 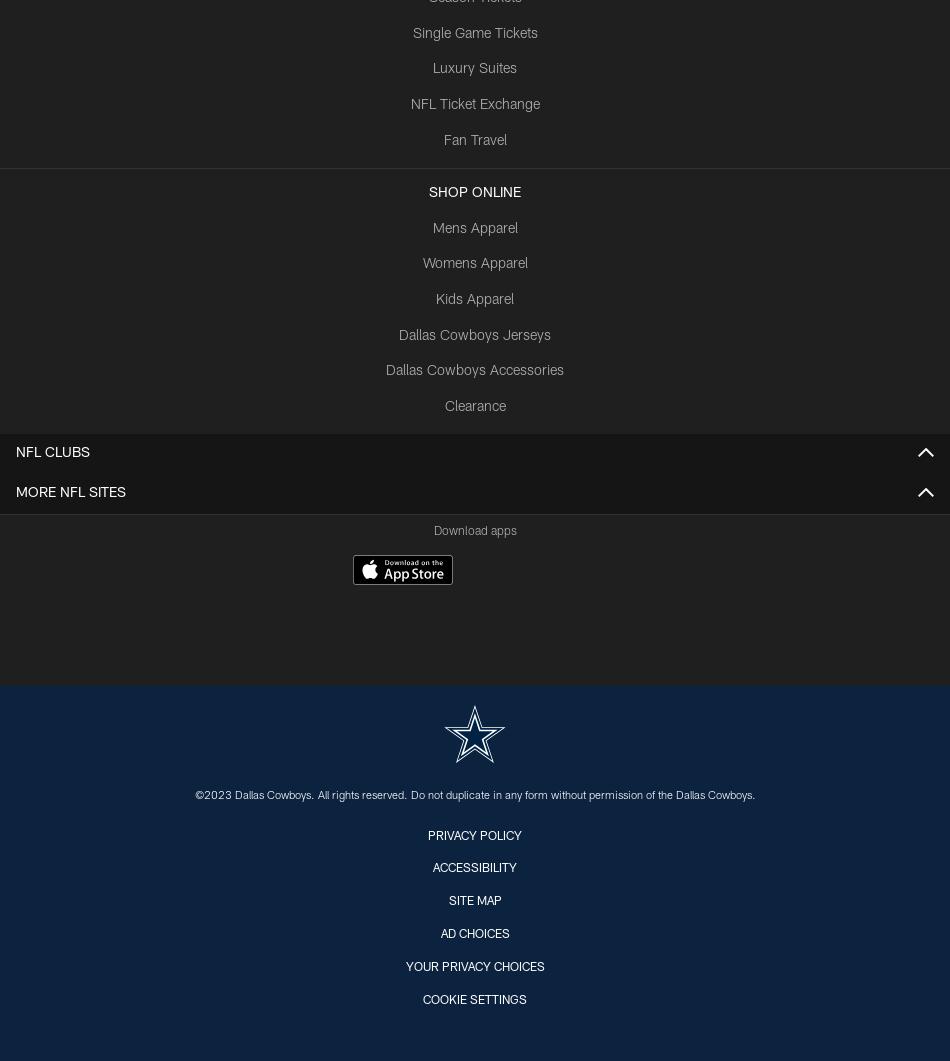 I want to click on 'Dallas Cowboys Jerseys', so click(x=475, y=335).